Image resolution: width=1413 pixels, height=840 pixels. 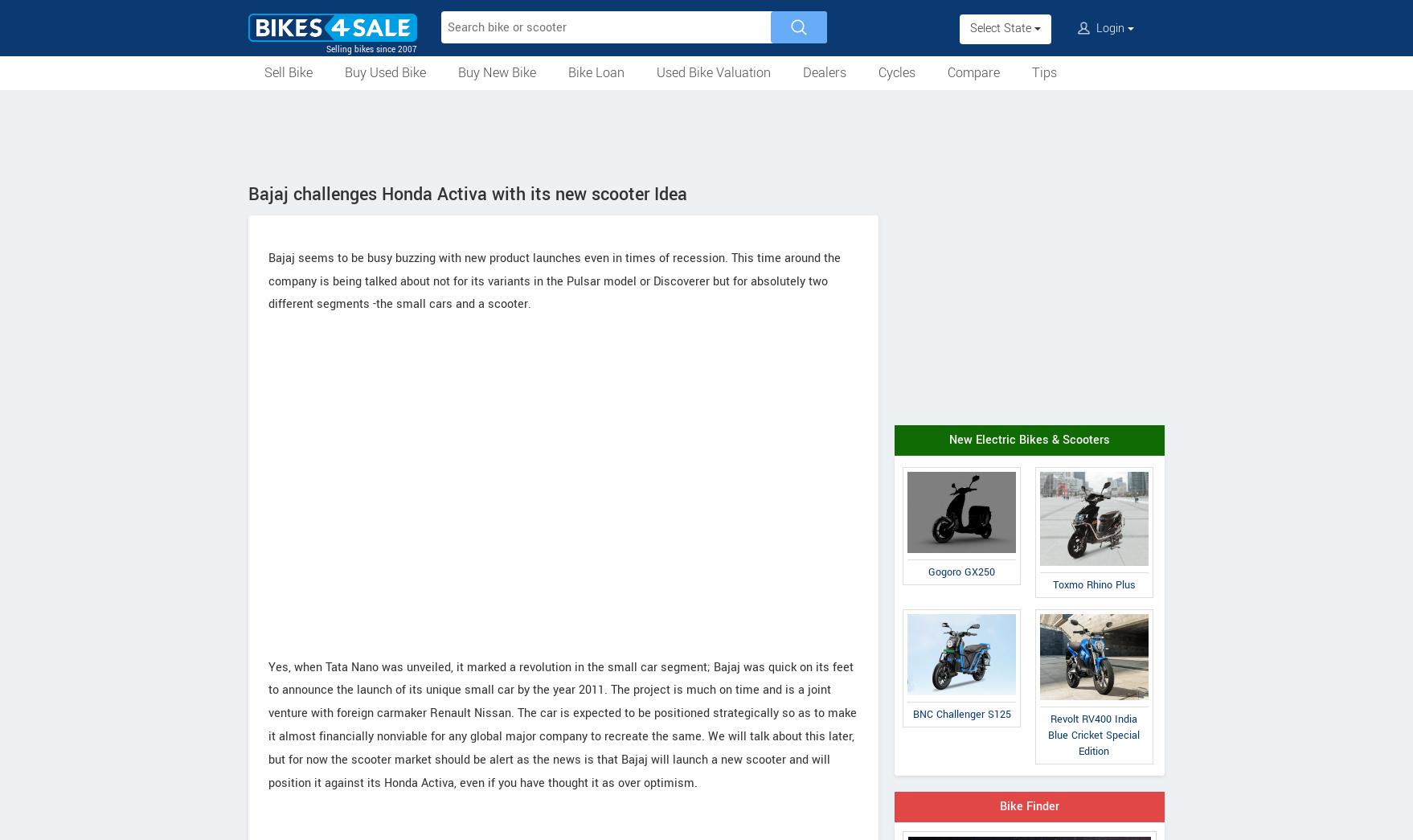 I want to click on 'Sell Bike', so click(x=288, y=72).